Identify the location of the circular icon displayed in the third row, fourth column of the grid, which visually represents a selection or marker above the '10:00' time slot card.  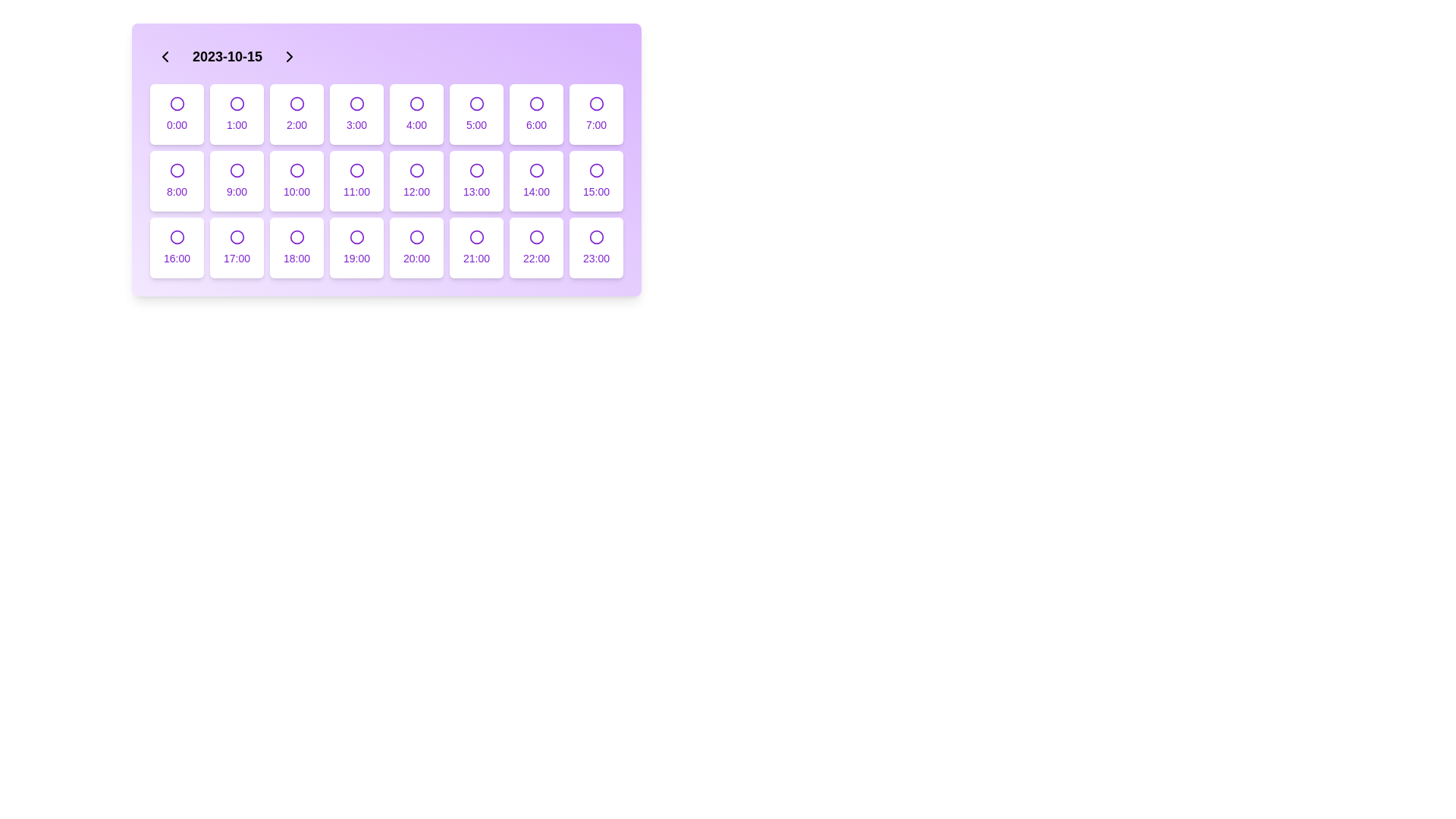
(297, 170).